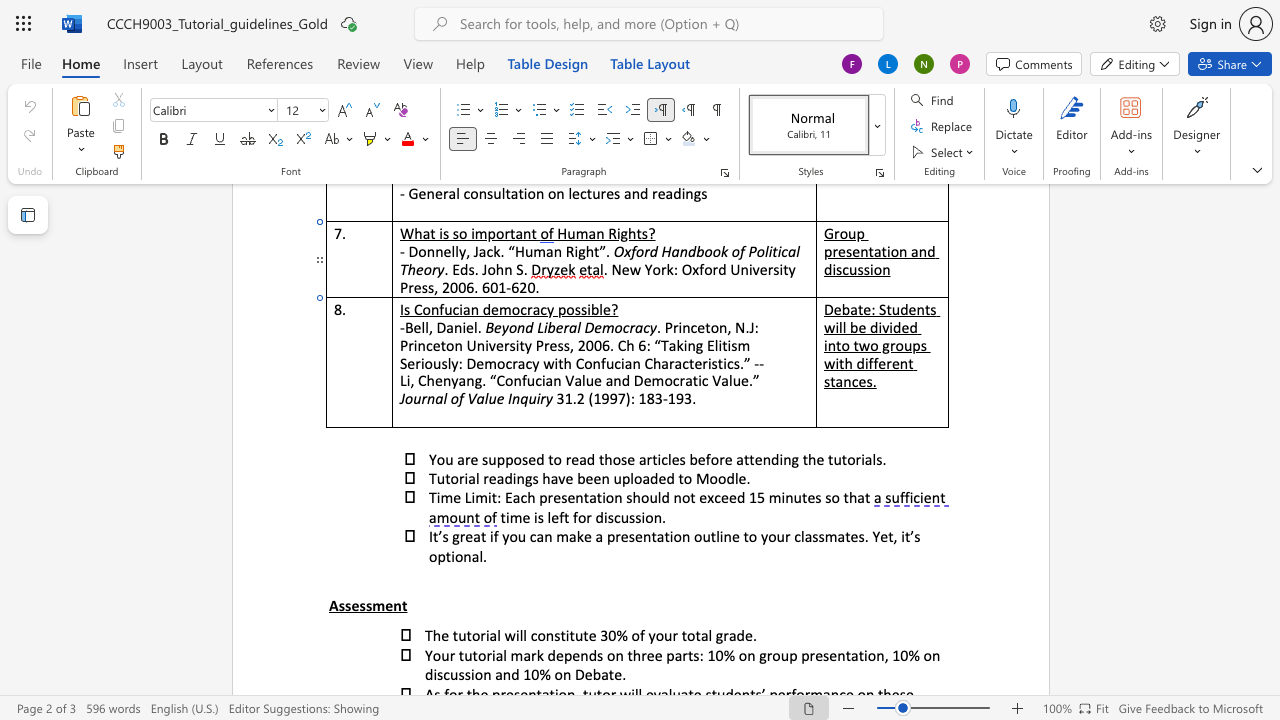  I want to click on the space between the continuous character "u" and "r" in the text, so click(783, 535).